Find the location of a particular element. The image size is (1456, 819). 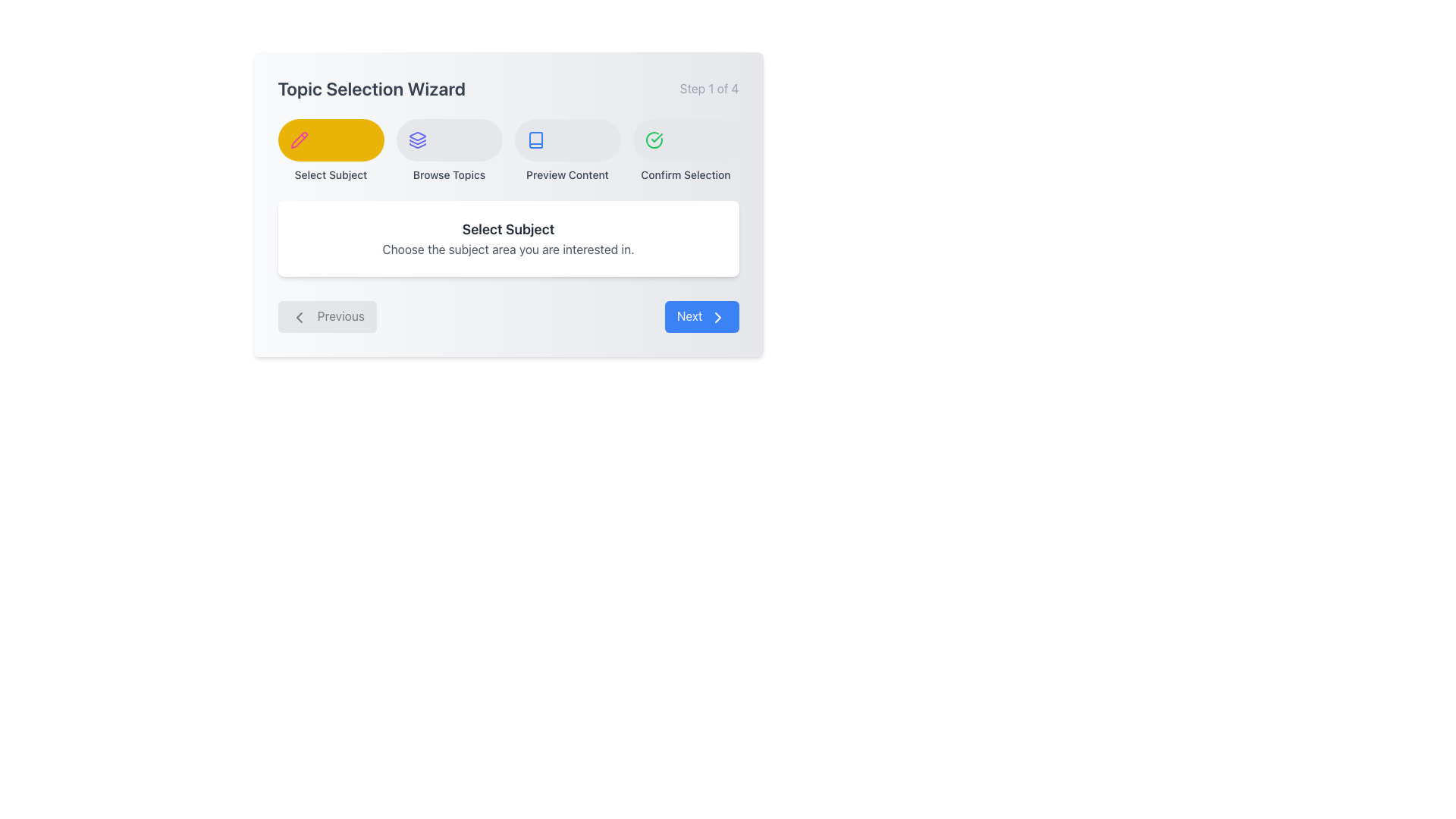

the static text label located beneath the 'Select Subject' heading, which provides additional context for the section is located at coordinates (508, 248).